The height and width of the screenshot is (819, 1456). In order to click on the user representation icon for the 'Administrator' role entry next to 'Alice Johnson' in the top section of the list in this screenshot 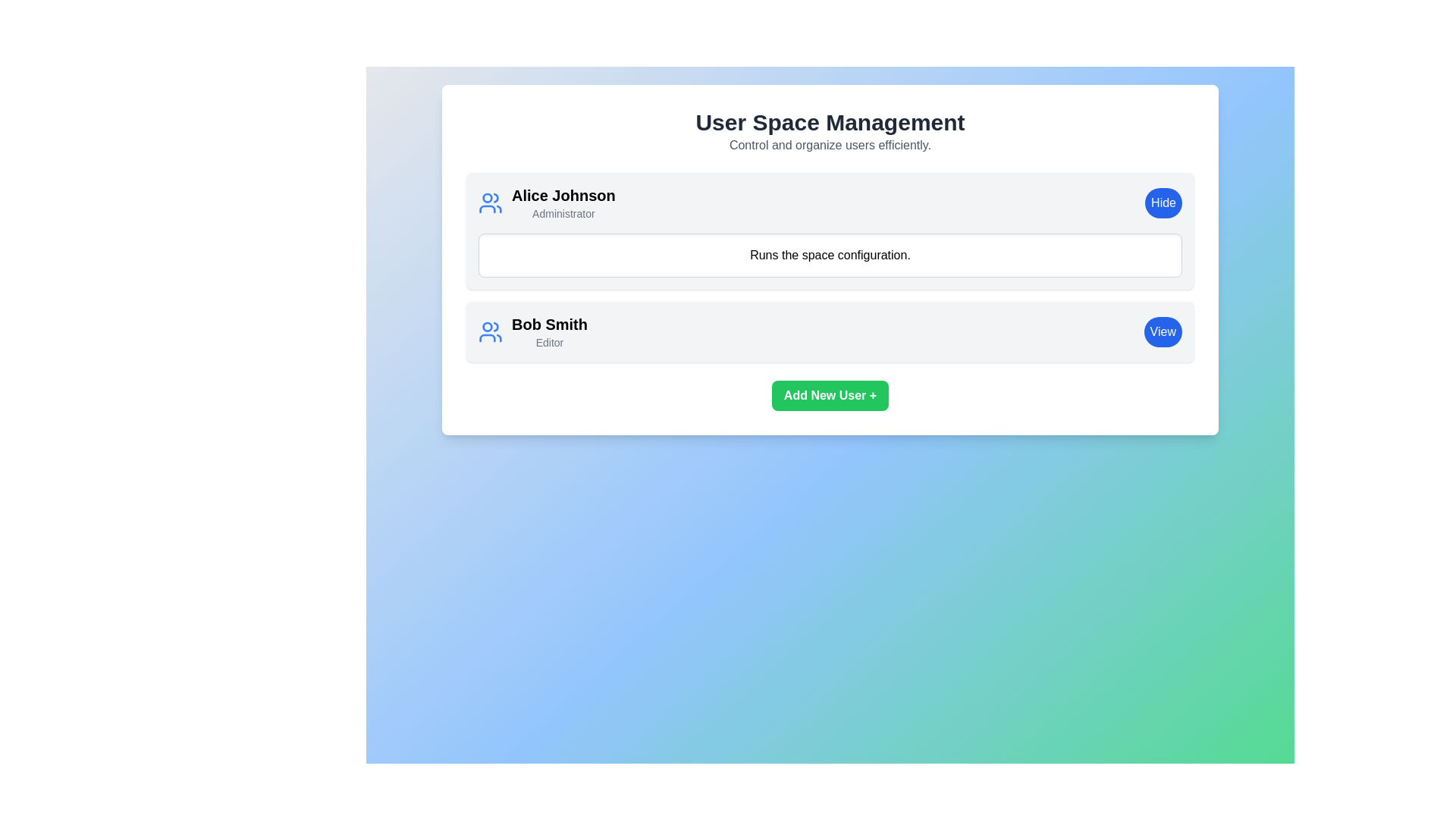, I will do `click(491, 202)`.